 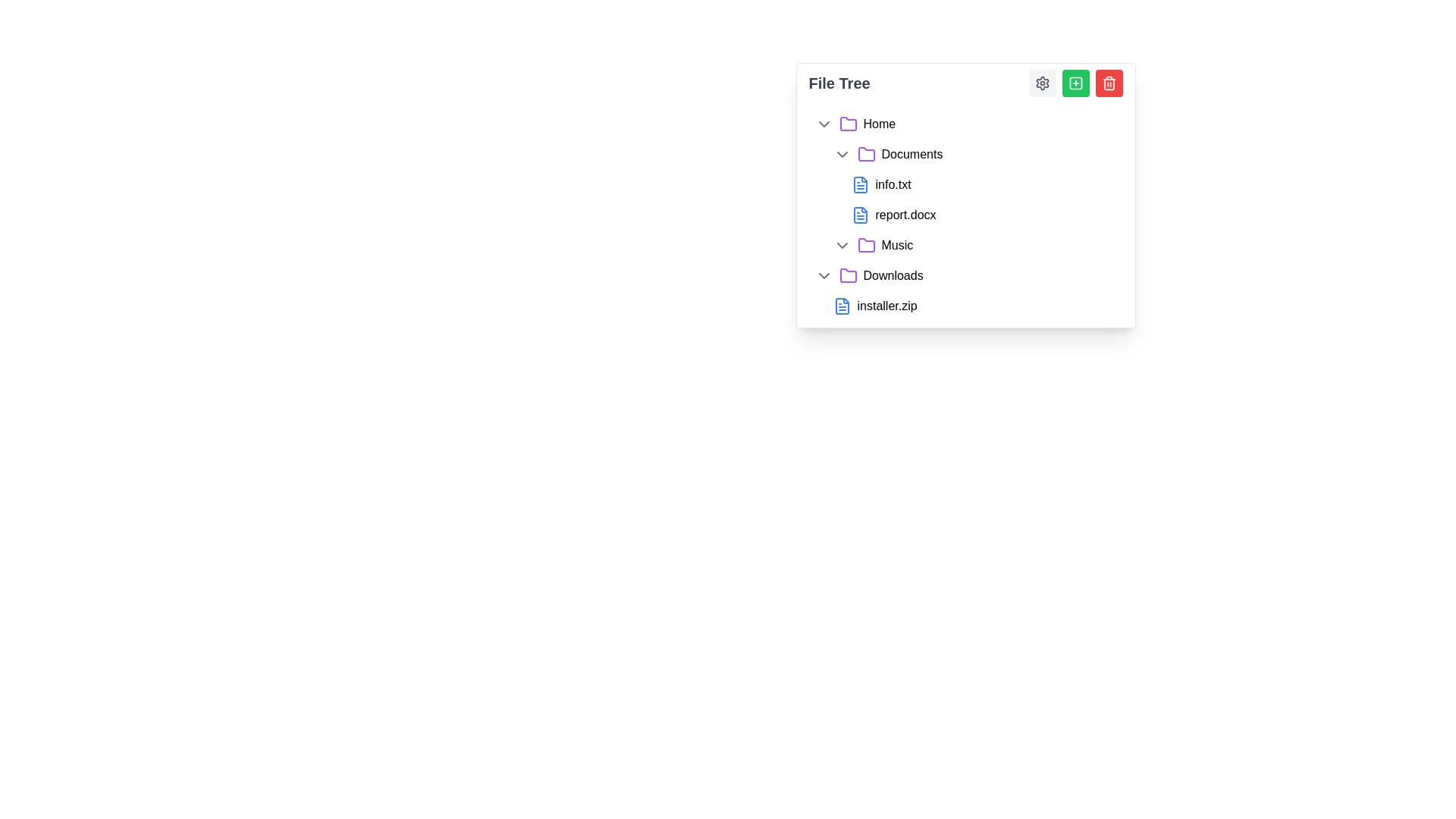 What do you see at coordinates (866, 244) in the screenshot?
I see `the folder icon with a purple outline representing the 'Music' directory in the file tree UI` at bounding box center [866, 244].